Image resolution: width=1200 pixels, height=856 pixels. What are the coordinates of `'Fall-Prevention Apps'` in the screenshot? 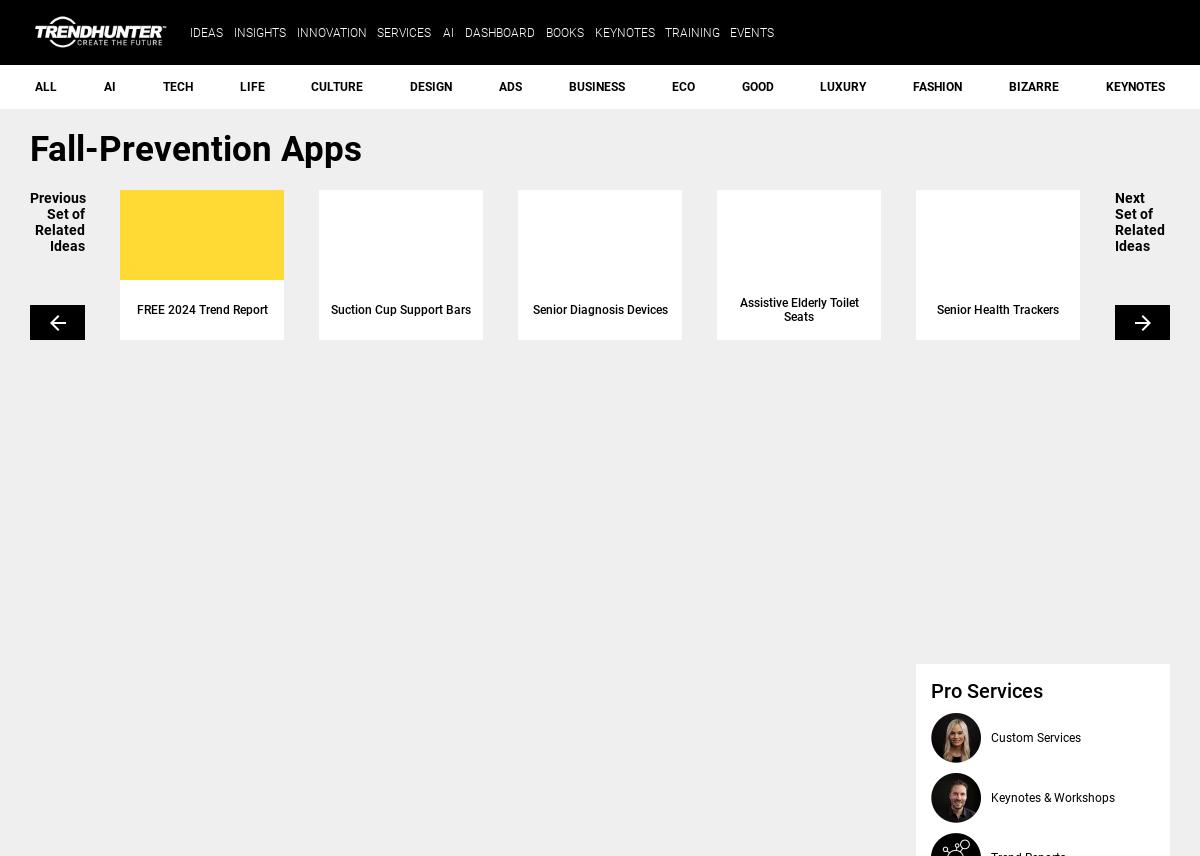 It's located at (194, 149).